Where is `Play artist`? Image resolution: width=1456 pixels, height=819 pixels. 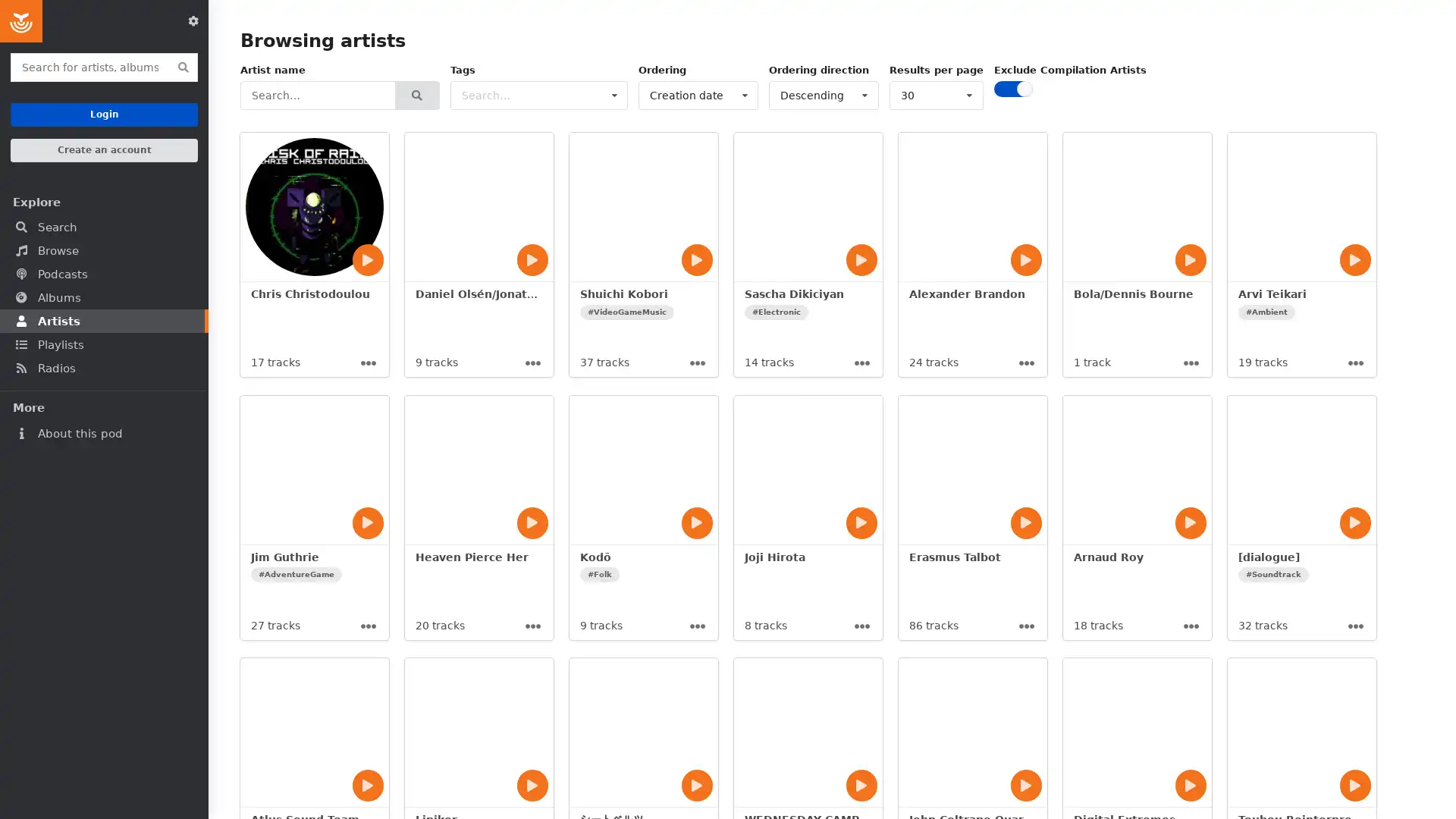 Play artist is located at coordinates (861, 259).